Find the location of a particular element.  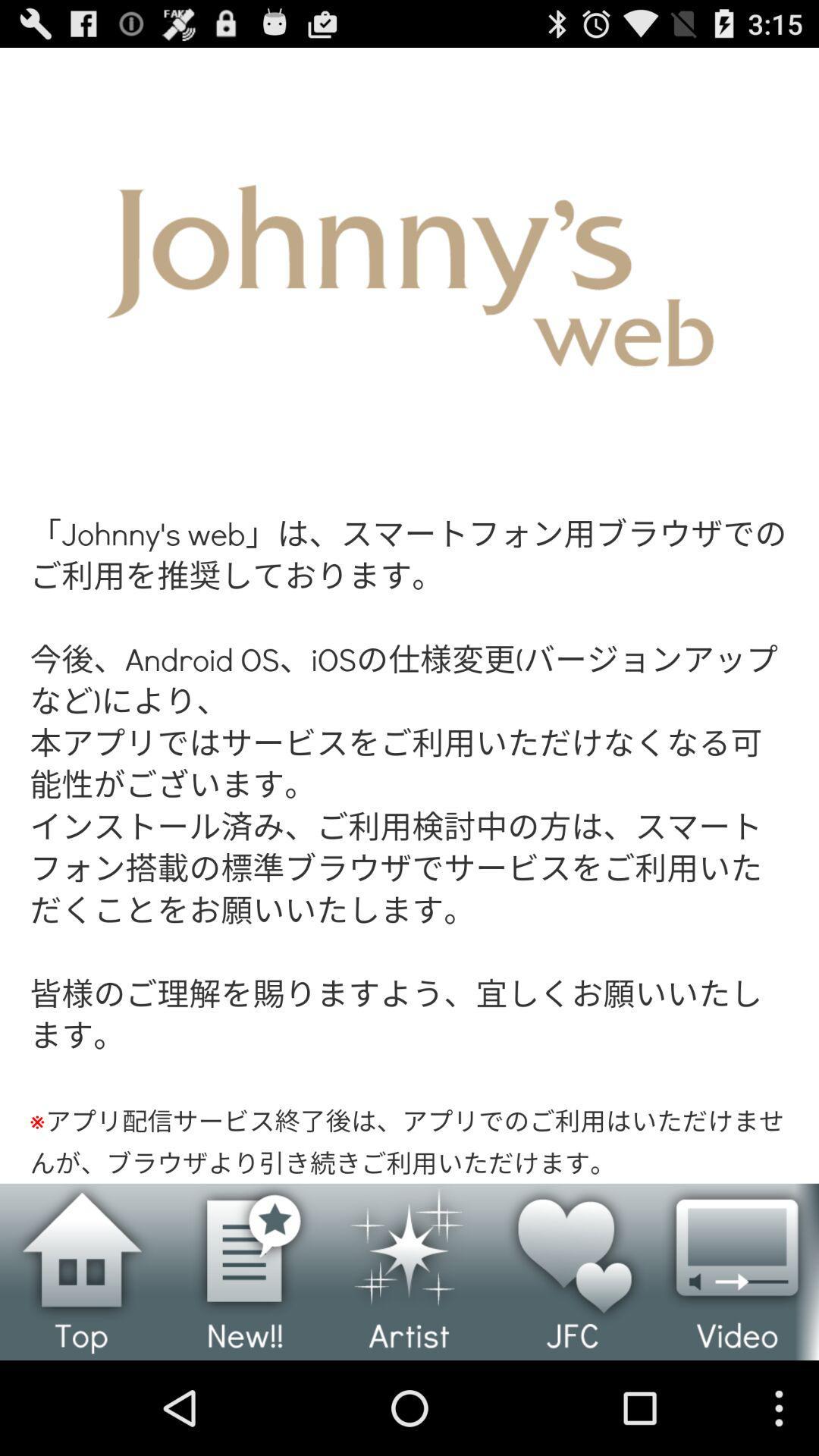

new content is located at coordinates (245, 1272).